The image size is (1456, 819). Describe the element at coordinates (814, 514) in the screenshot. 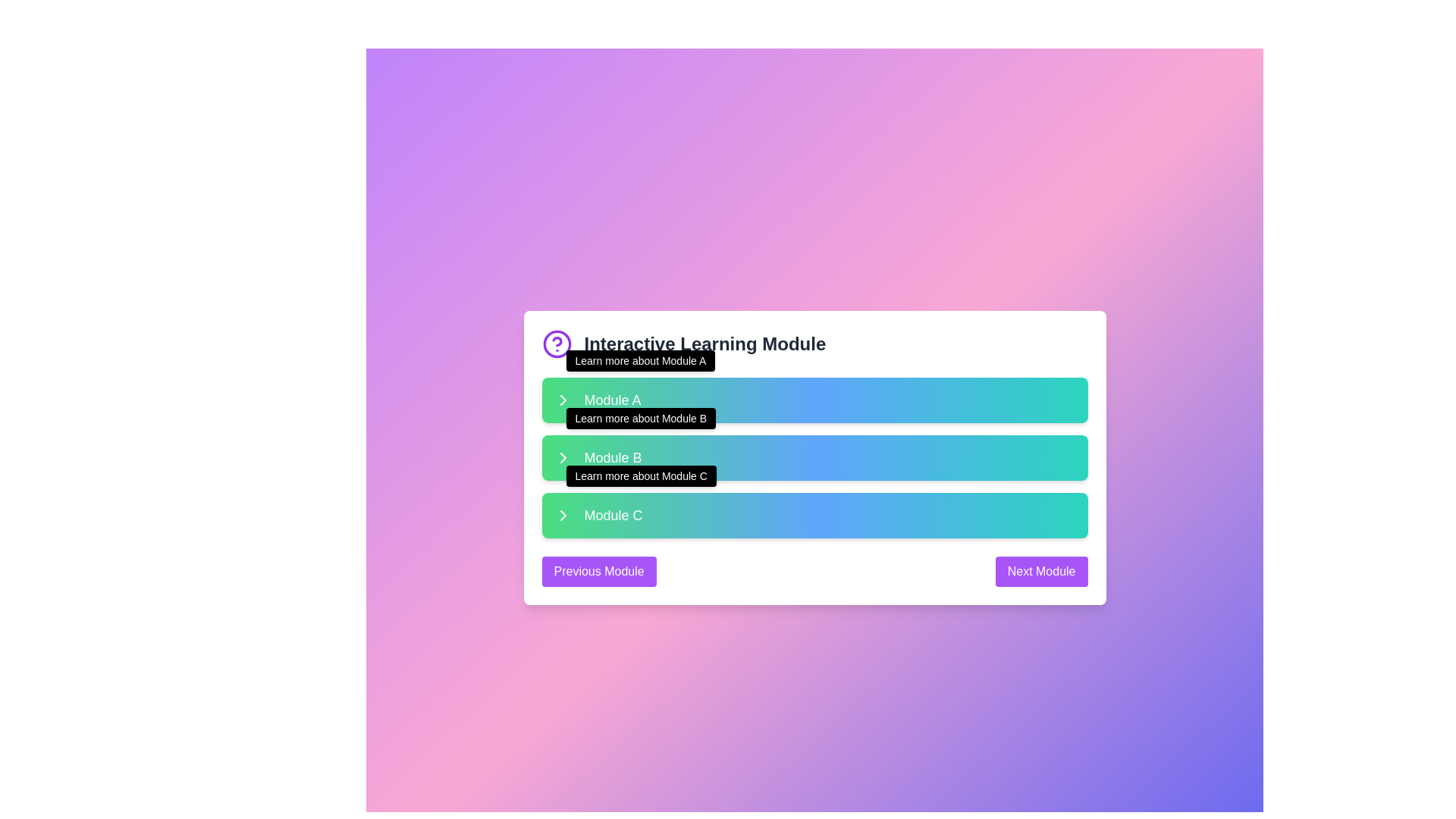

I see `the 'Module C' card, which is the third card in a vertical arrangement of cards, positioned centrally below the 'Module B' card` at that location.